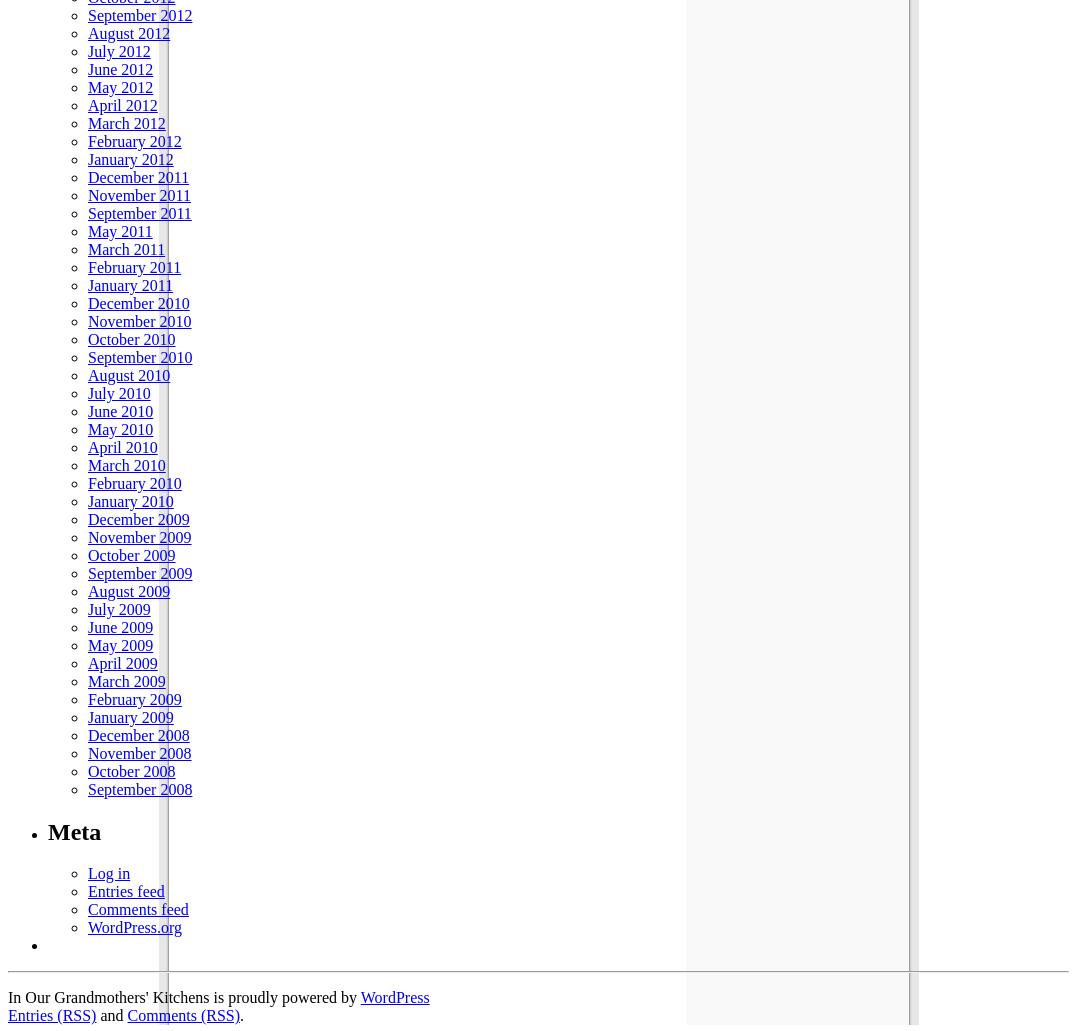 Image resolution: width=1077 pixels, height=1031 pixels. I want to click on 'July 2012', so click(118, 50).